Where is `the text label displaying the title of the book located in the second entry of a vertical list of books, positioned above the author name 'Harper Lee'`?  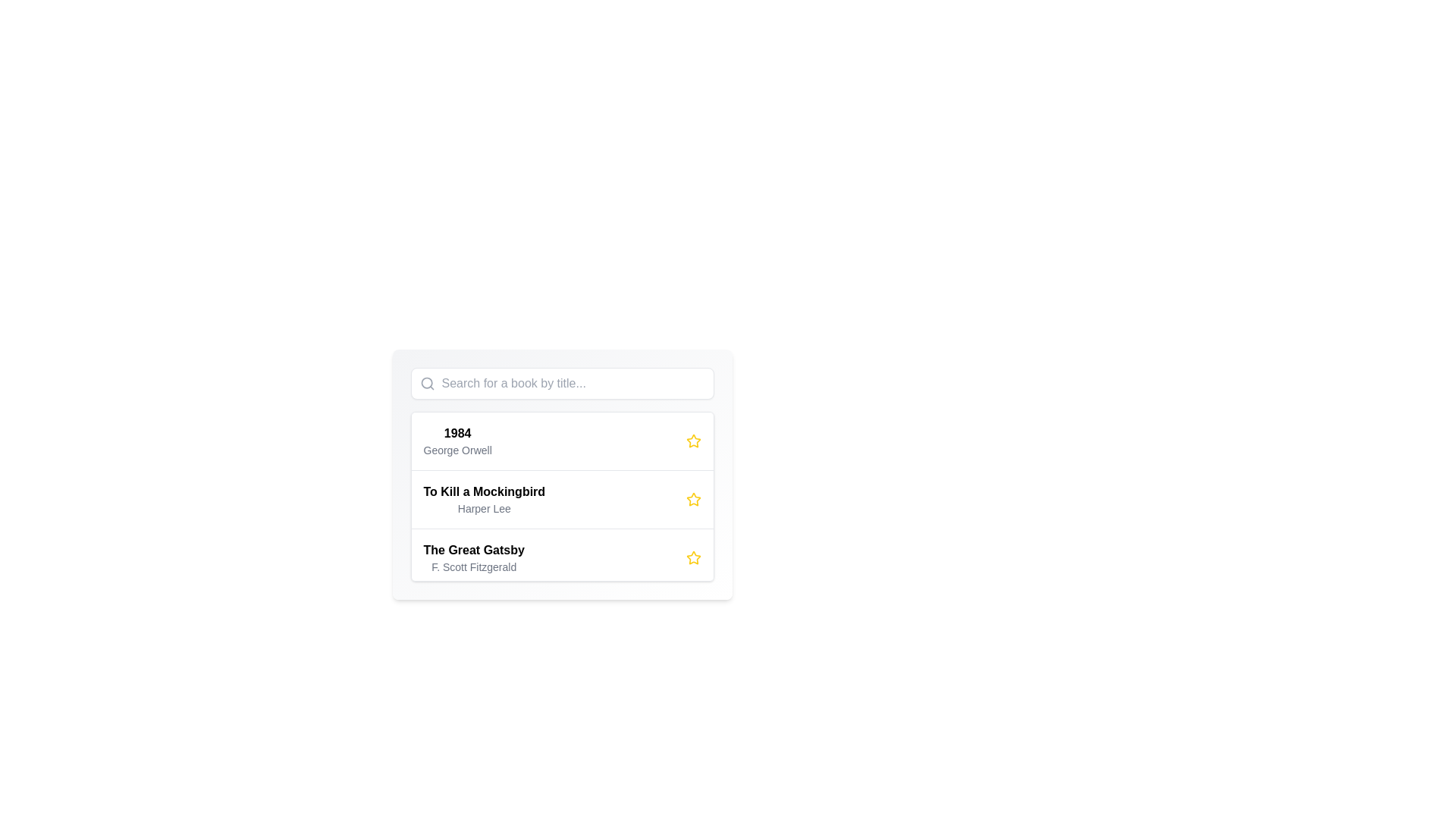
the text label displaying the title of the book located in the second entry of a vertical list of books, positioned above the author name 'Harper Lee' is located at coordinates (483, 491).